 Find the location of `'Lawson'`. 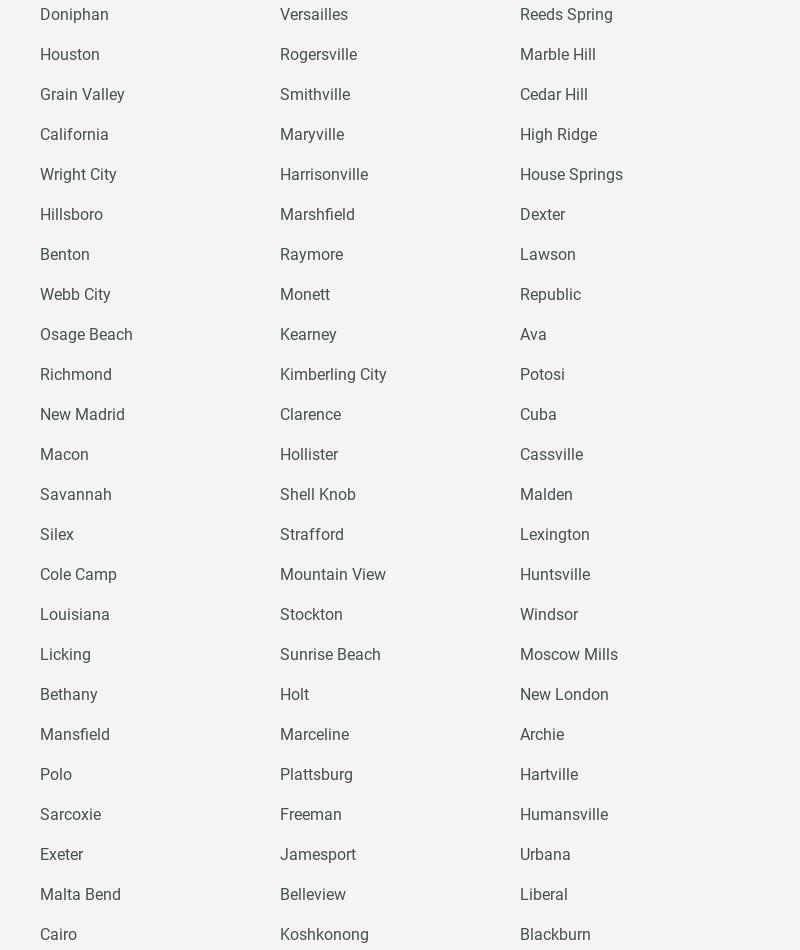

'Lawson' is located at coordinates (547, 253).